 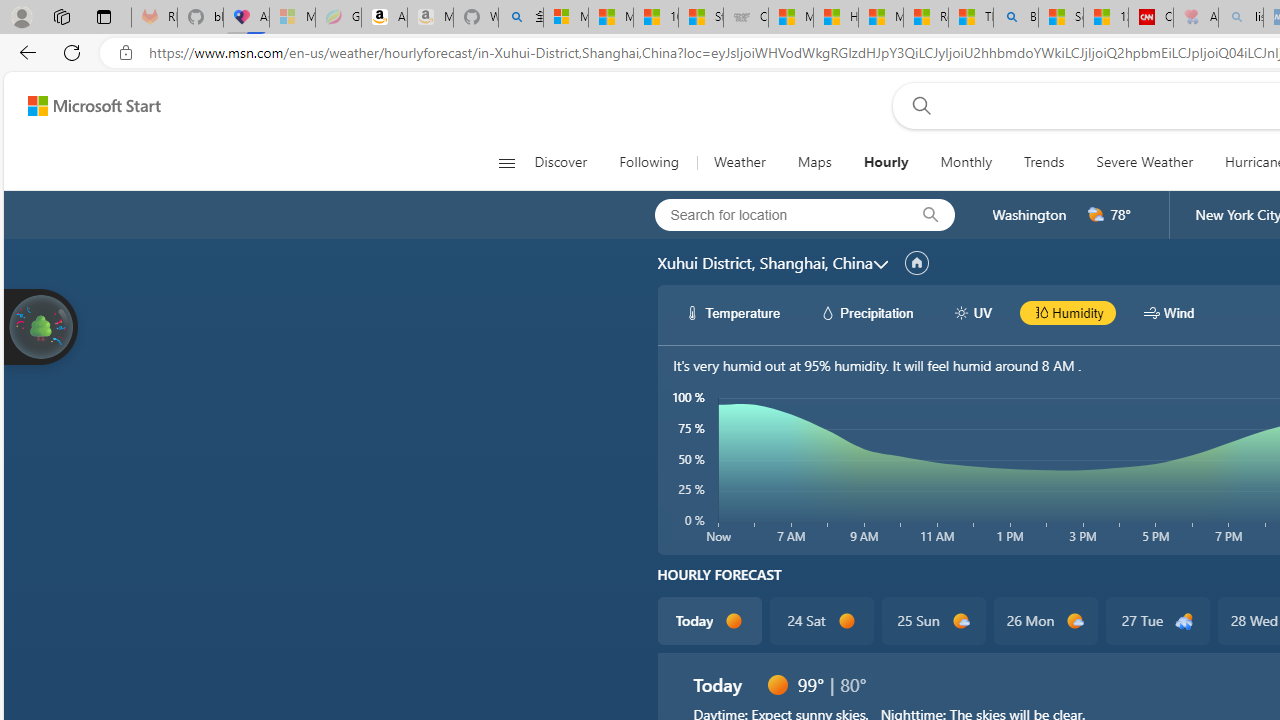 What do you see at coordinates (835, 17) in the screenshot?
I see `'How I Got Rid of Microsoft Edge'` at bounding box center [835, 17].